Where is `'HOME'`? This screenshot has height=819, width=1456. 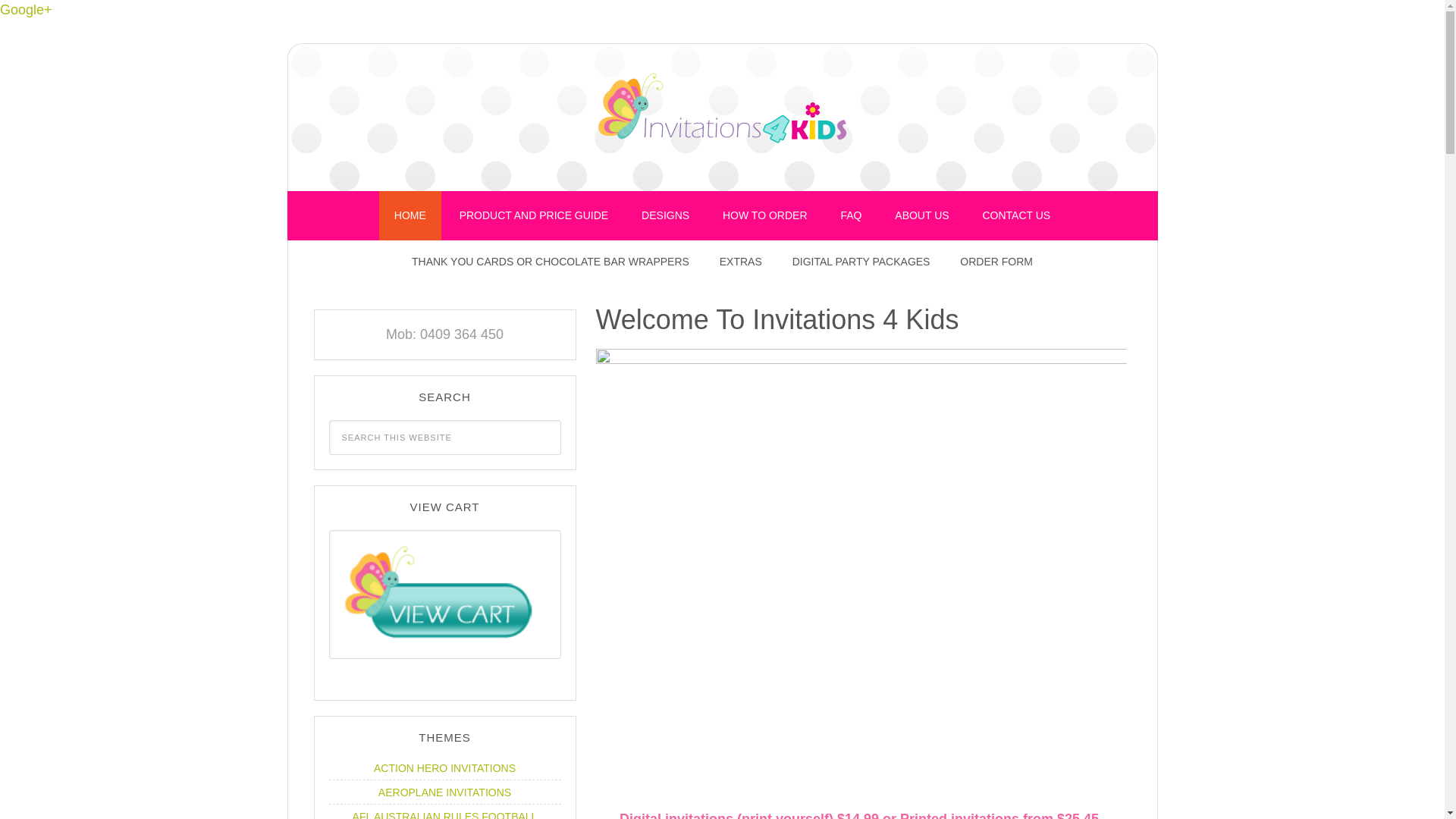 'HOME' is located at coordinates (410, 215).